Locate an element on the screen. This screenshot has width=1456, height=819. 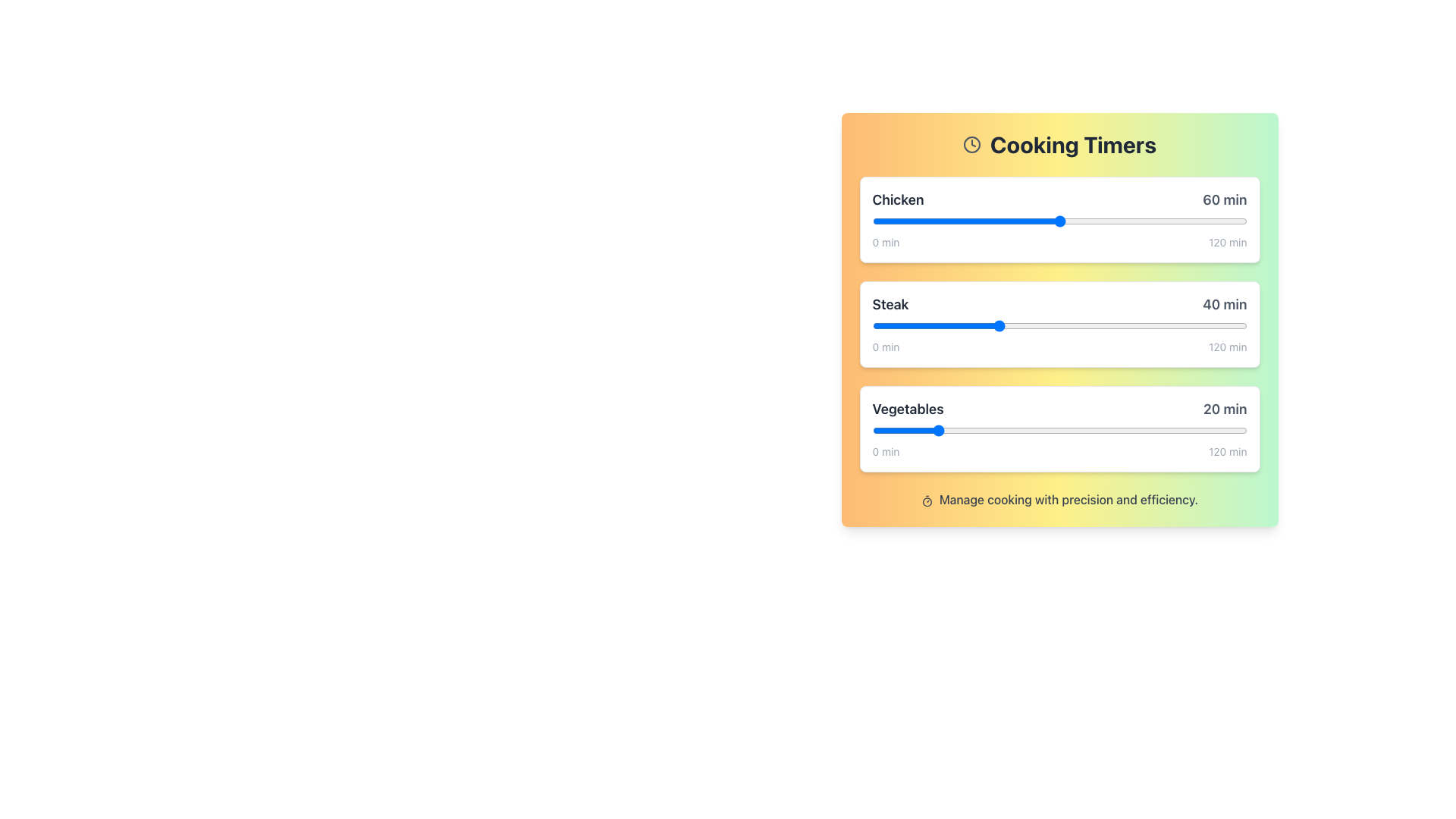
the timer for vegetables is located at coordinates (993, 430).